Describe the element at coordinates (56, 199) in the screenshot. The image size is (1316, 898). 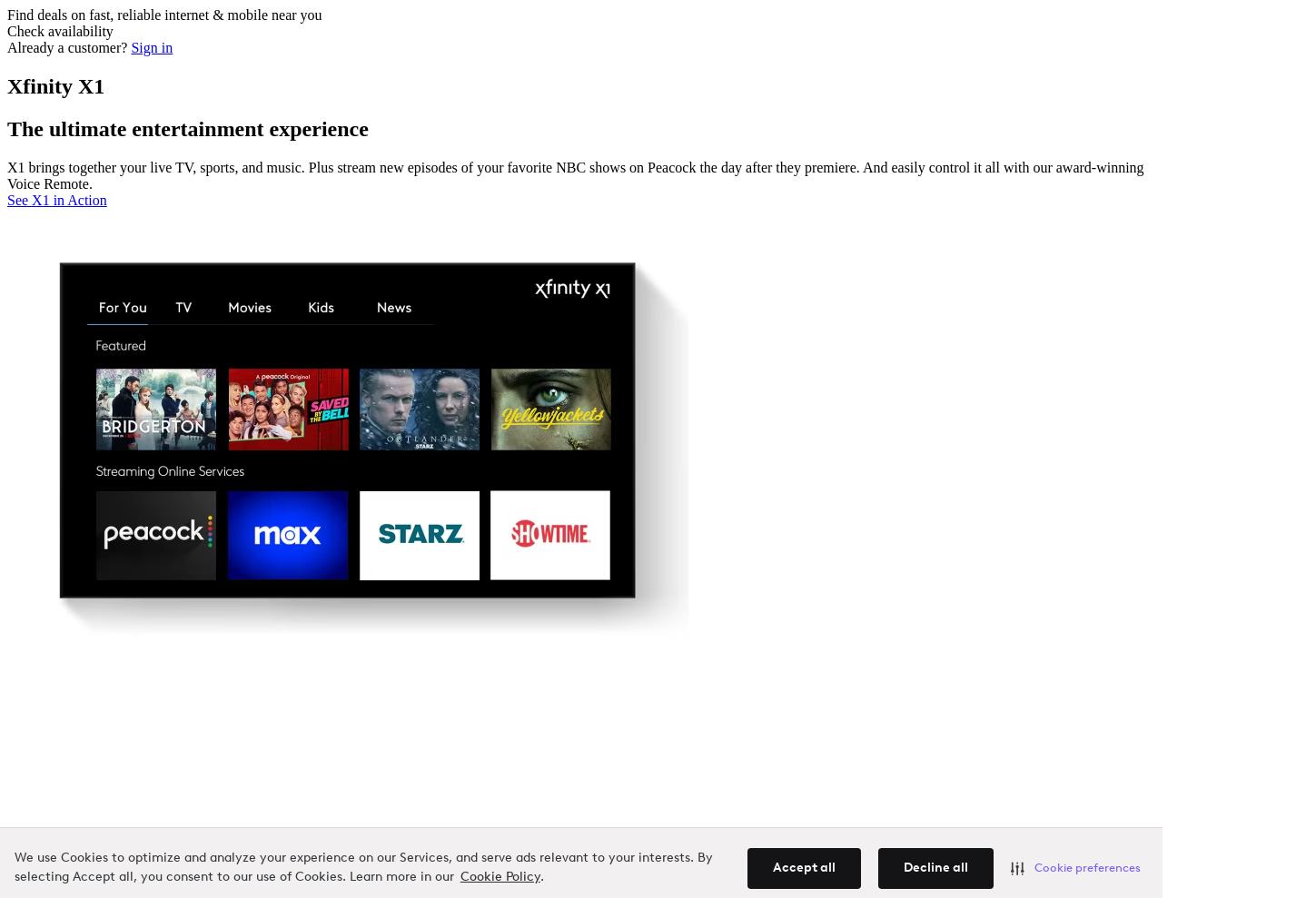
I see `'See X1 in Action'` at that location.